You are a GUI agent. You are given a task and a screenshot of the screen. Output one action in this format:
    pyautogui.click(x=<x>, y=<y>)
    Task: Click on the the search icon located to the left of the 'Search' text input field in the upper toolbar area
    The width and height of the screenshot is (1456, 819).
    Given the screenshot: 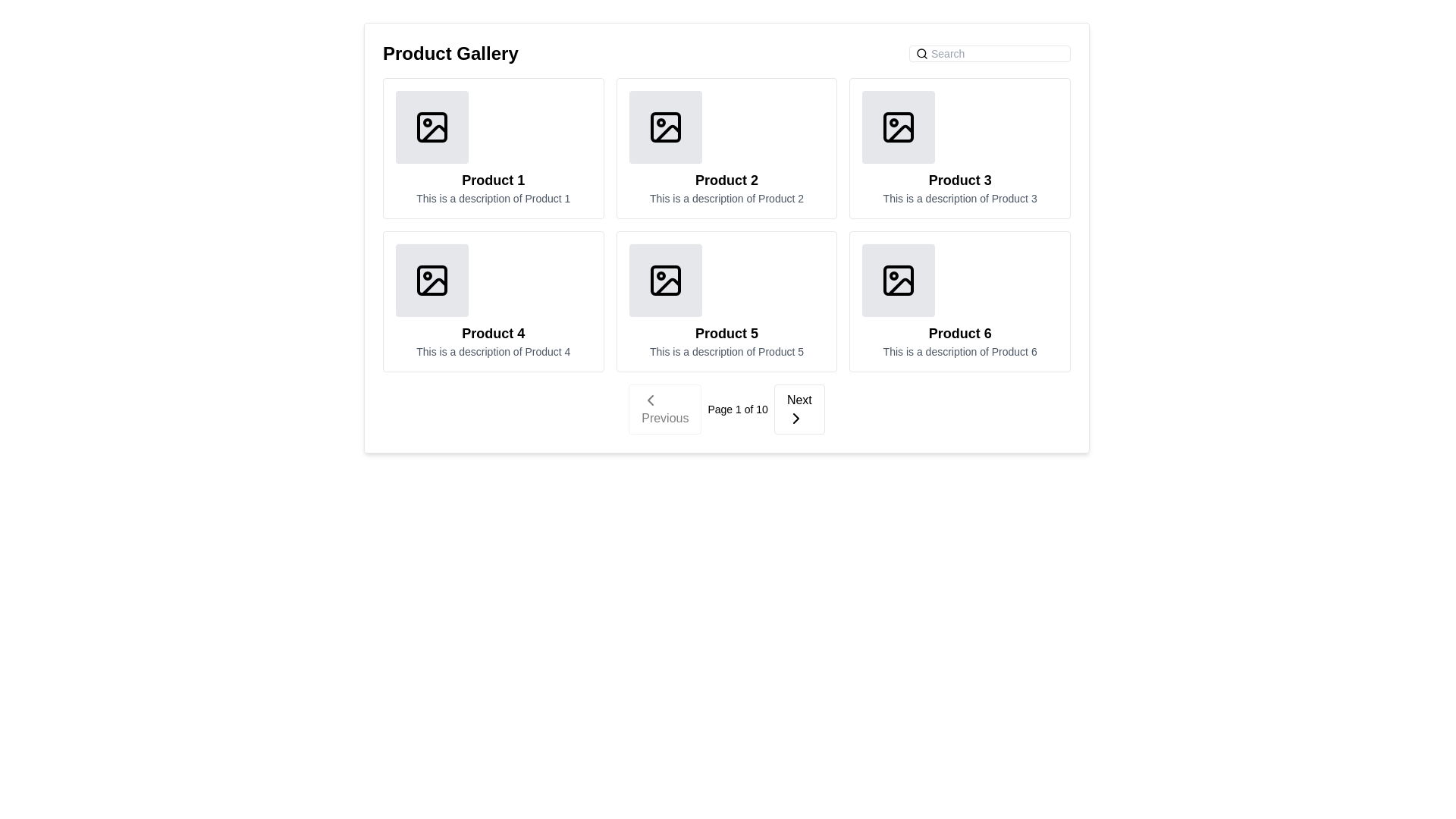 What is the action you would take?
    pyautogui.click(x=921, y=52)
    